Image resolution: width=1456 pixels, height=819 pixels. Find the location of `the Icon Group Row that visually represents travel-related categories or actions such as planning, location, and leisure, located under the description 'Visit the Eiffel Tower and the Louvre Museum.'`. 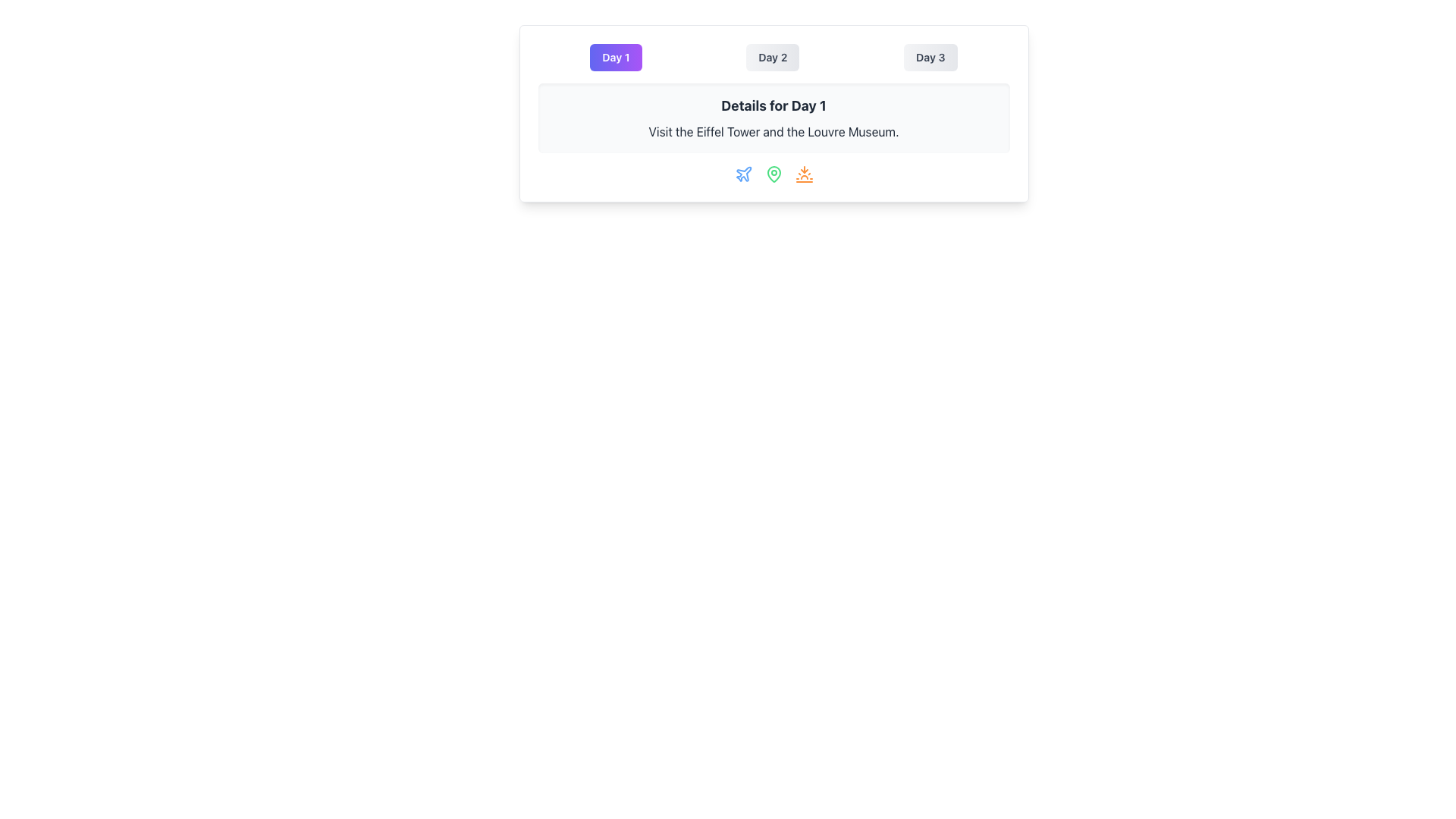

the Icon Group Row that visually represents travel-related categories or actions such as planning, location, and leisure, located under the description 'Visit the Eiffel Tower and the Louvre Museum.' is located at coordinates (773, 174).